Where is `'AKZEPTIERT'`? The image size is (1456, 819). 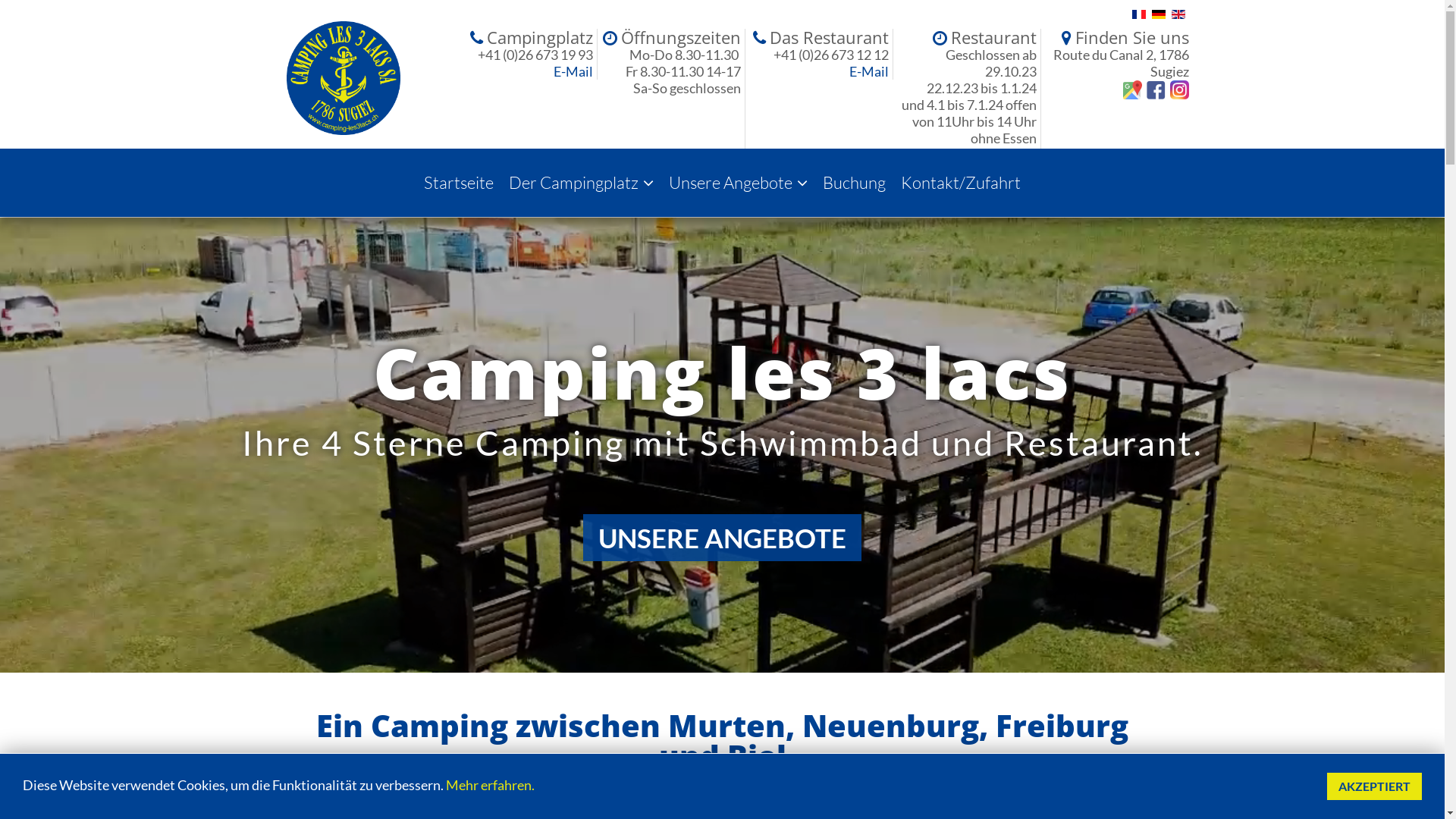
'AKZEPTIERT' is located at coordinates (1374, 786).